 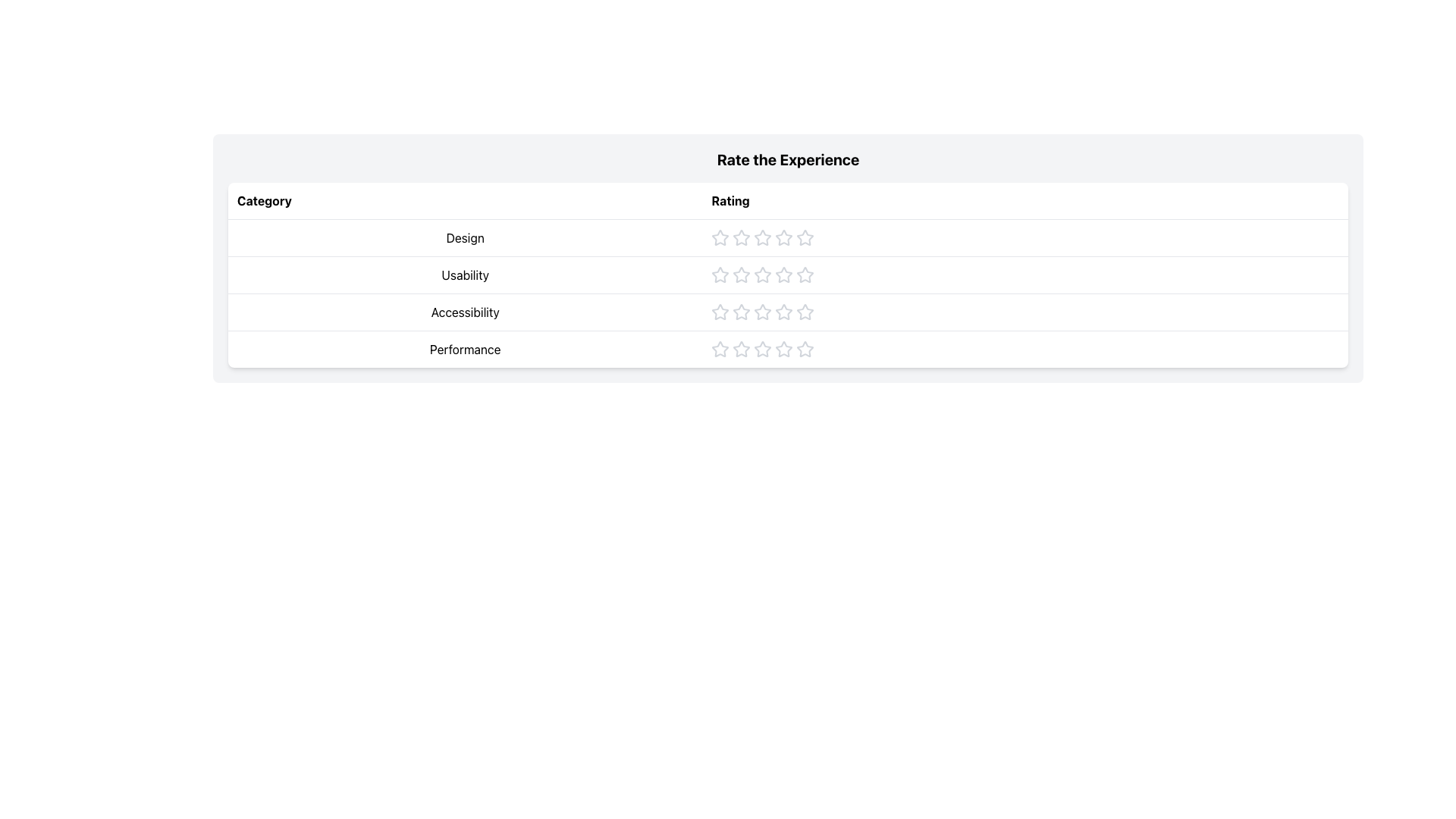 I want to click on the second star icon from the left in the 'Design' row under the 'Rate the Experience' column, so click(x=742, y=237).